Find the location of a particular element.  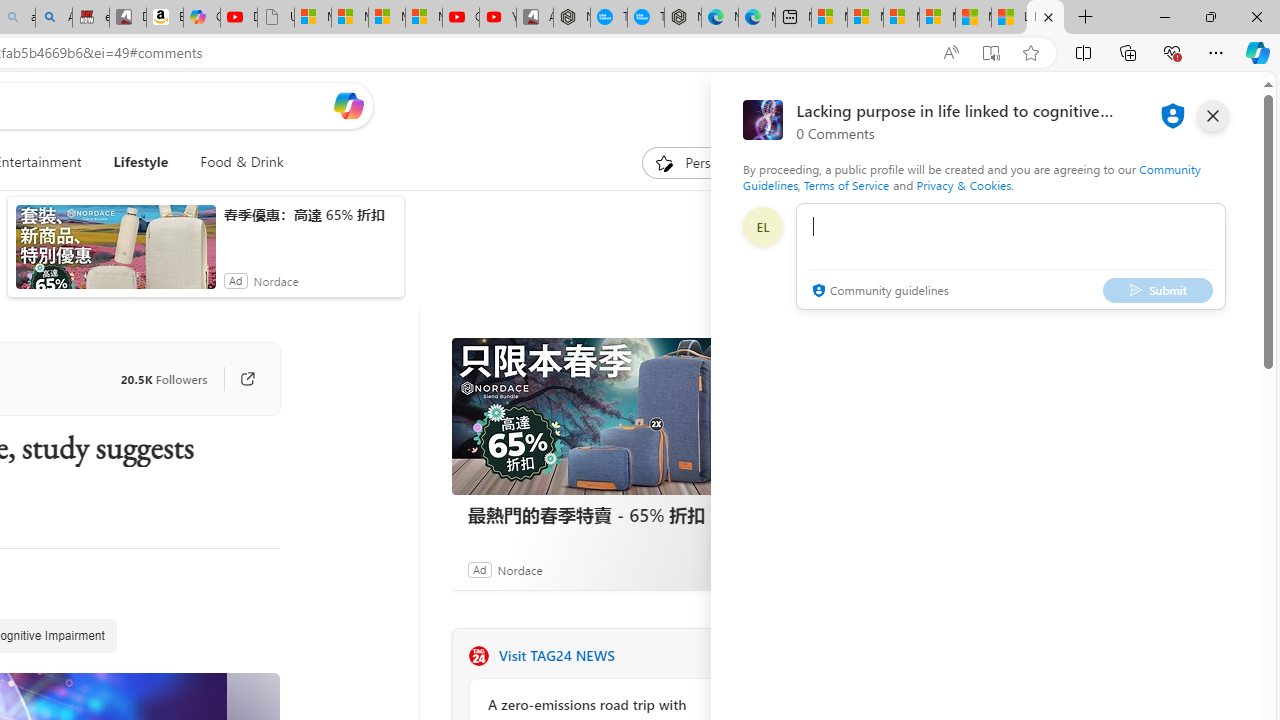

'Submit' is located at coordinates (1158, 290).